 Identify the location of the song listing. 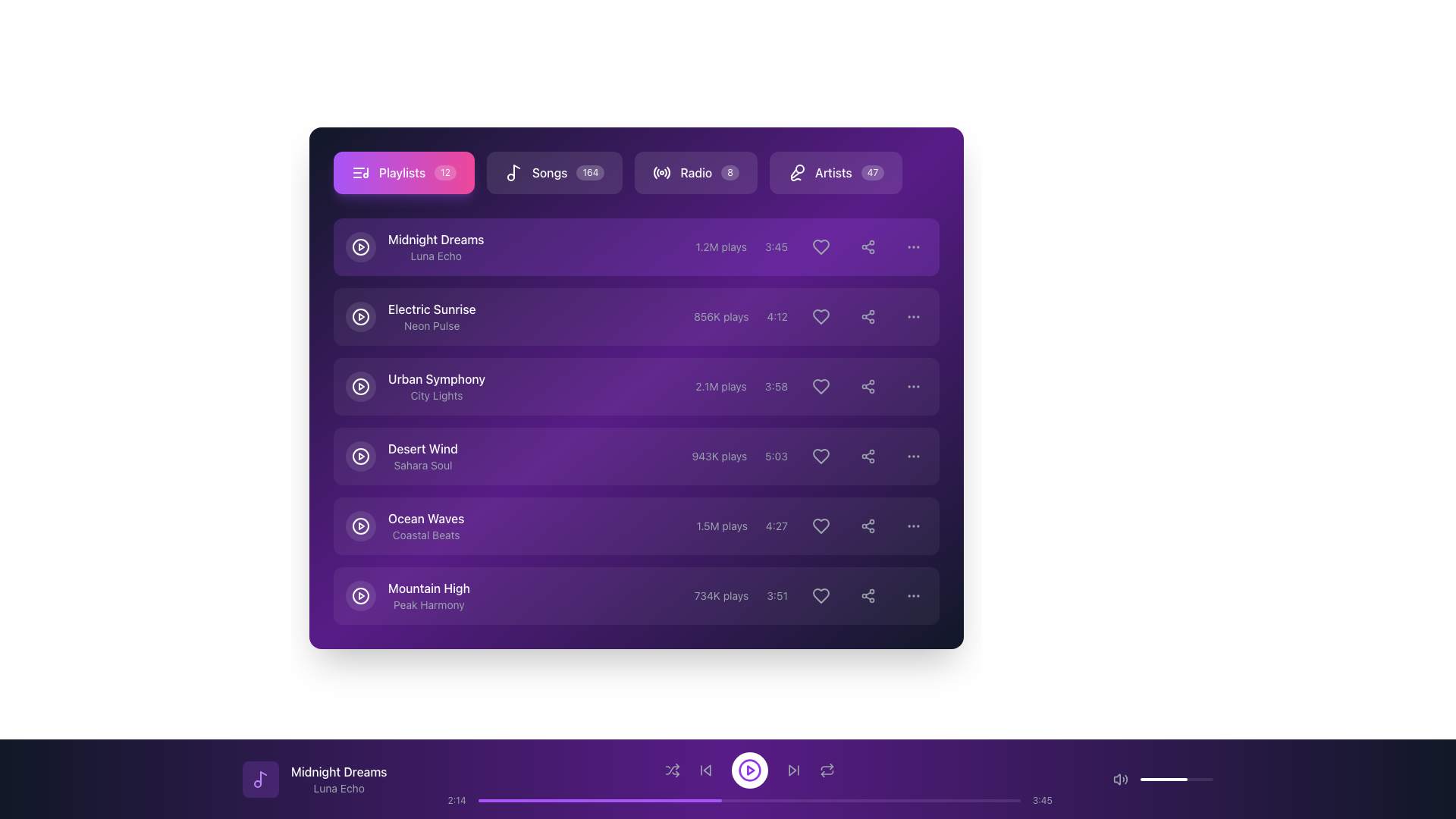
(422, 455).